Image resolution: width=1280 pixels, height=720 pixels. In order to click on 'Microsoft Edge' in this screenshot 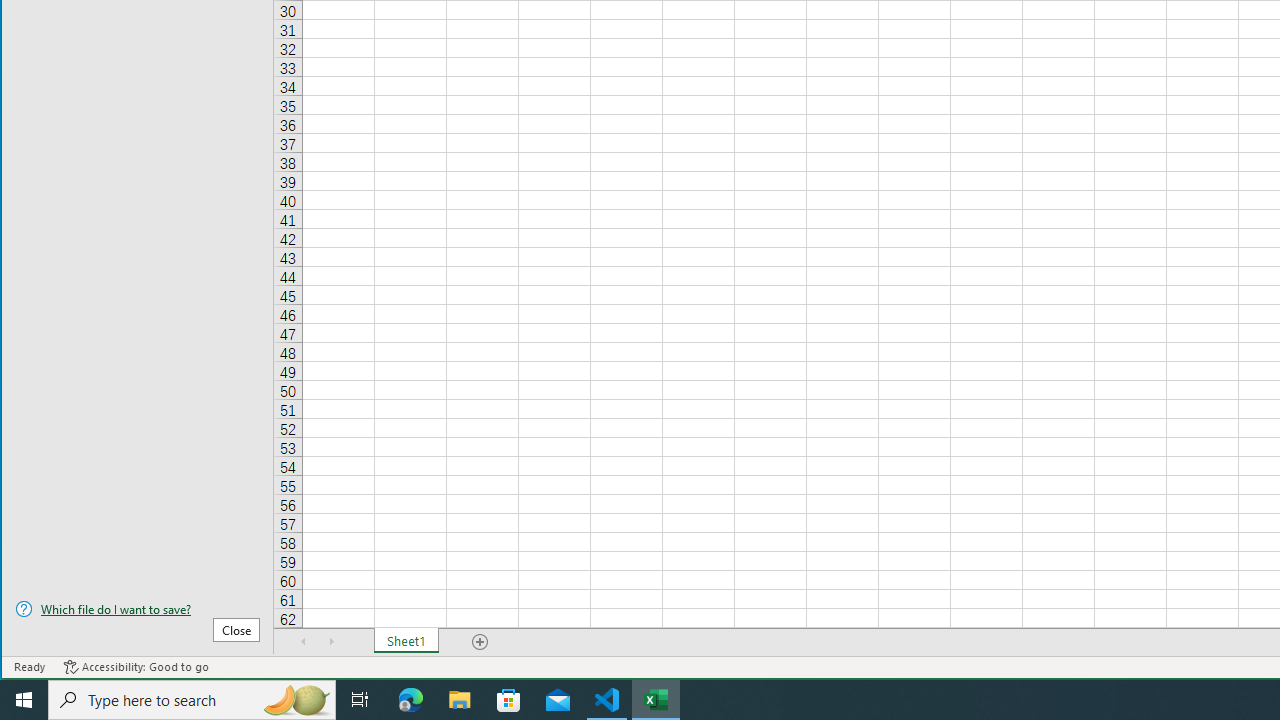, I will do `click(410, 698)`.